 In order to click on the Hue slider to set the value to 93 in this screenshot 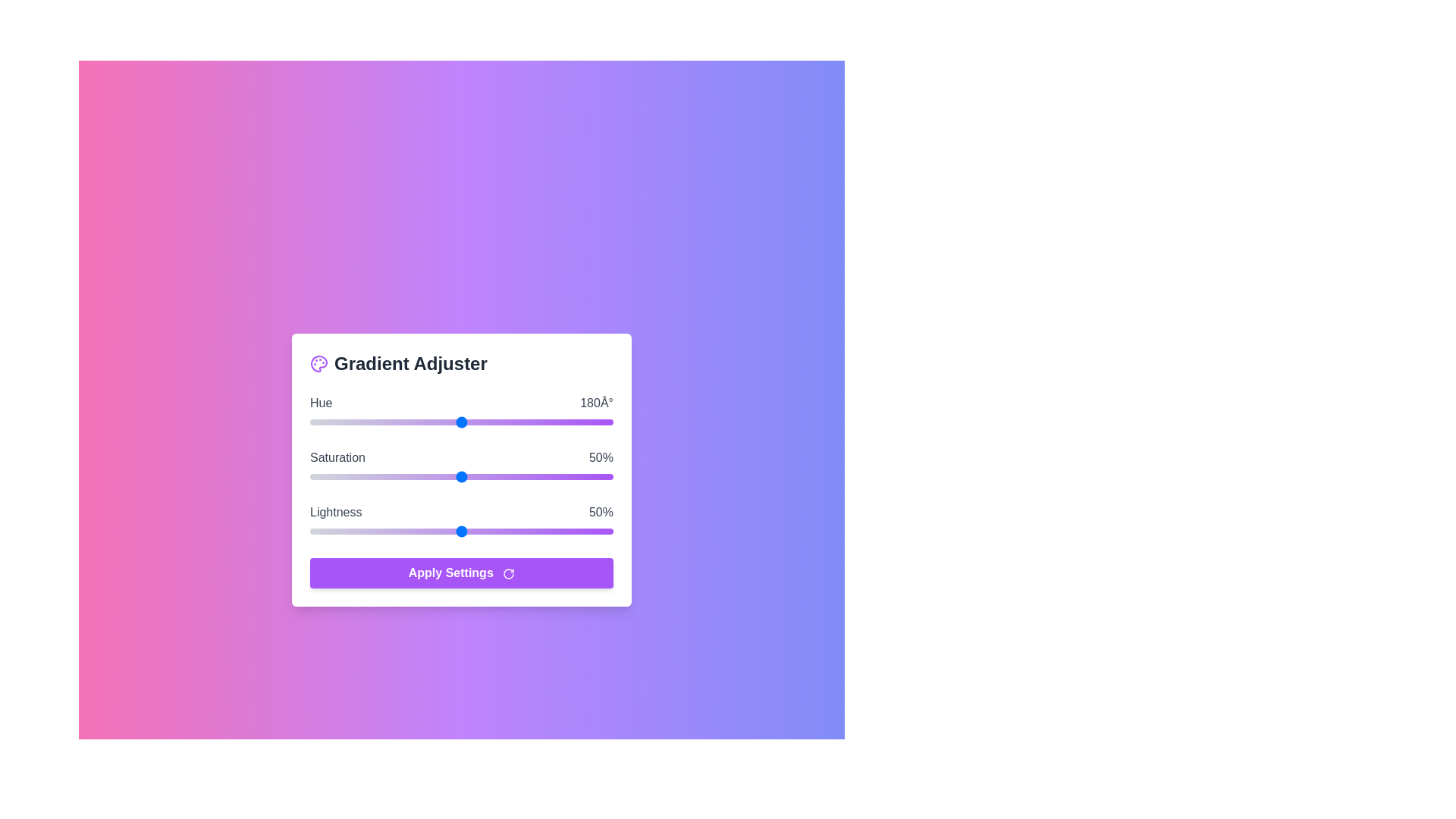, I will do `click(388, 422)`.